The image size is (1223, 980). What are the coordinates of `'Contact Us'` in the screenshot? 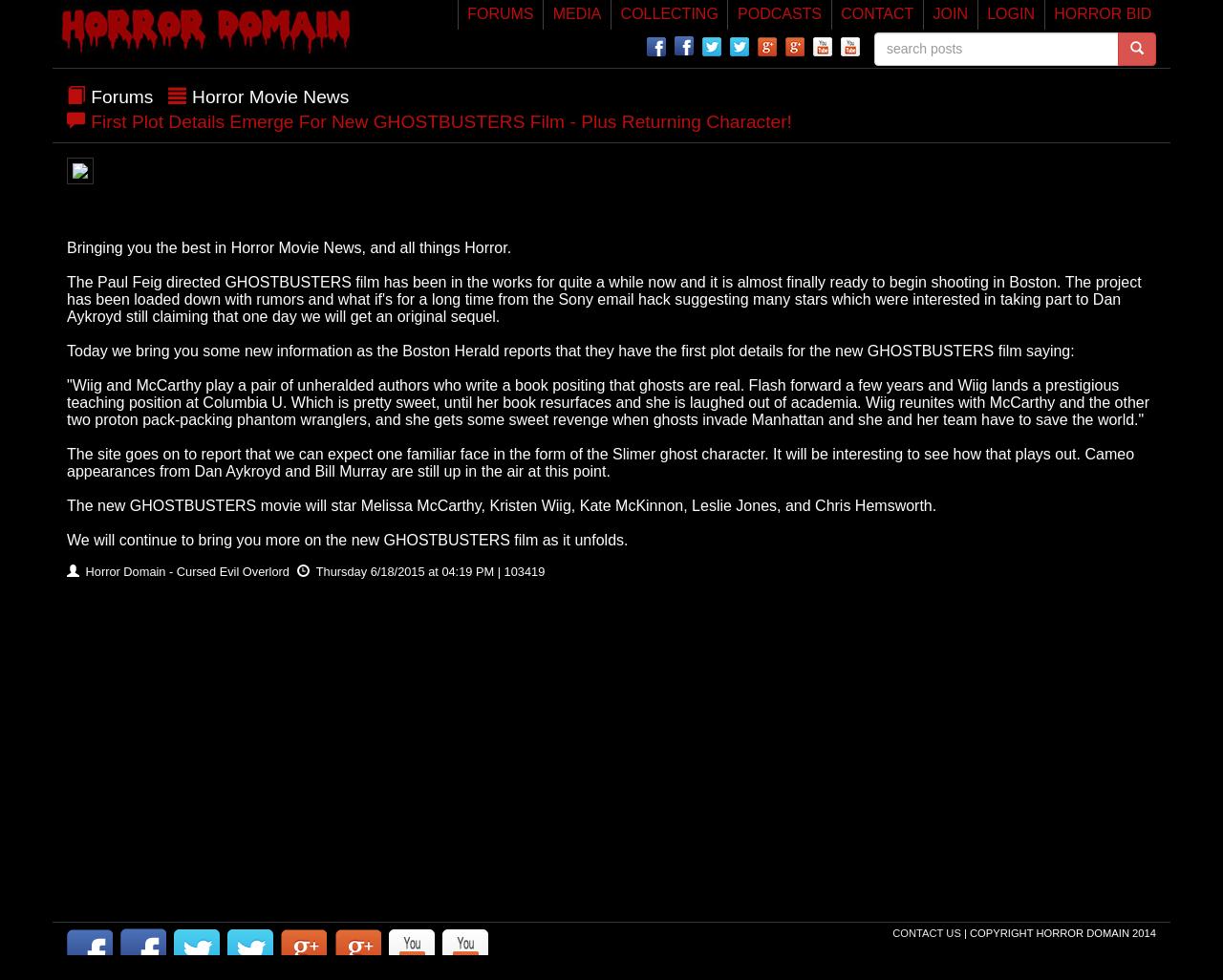 It's located at (928, 931).